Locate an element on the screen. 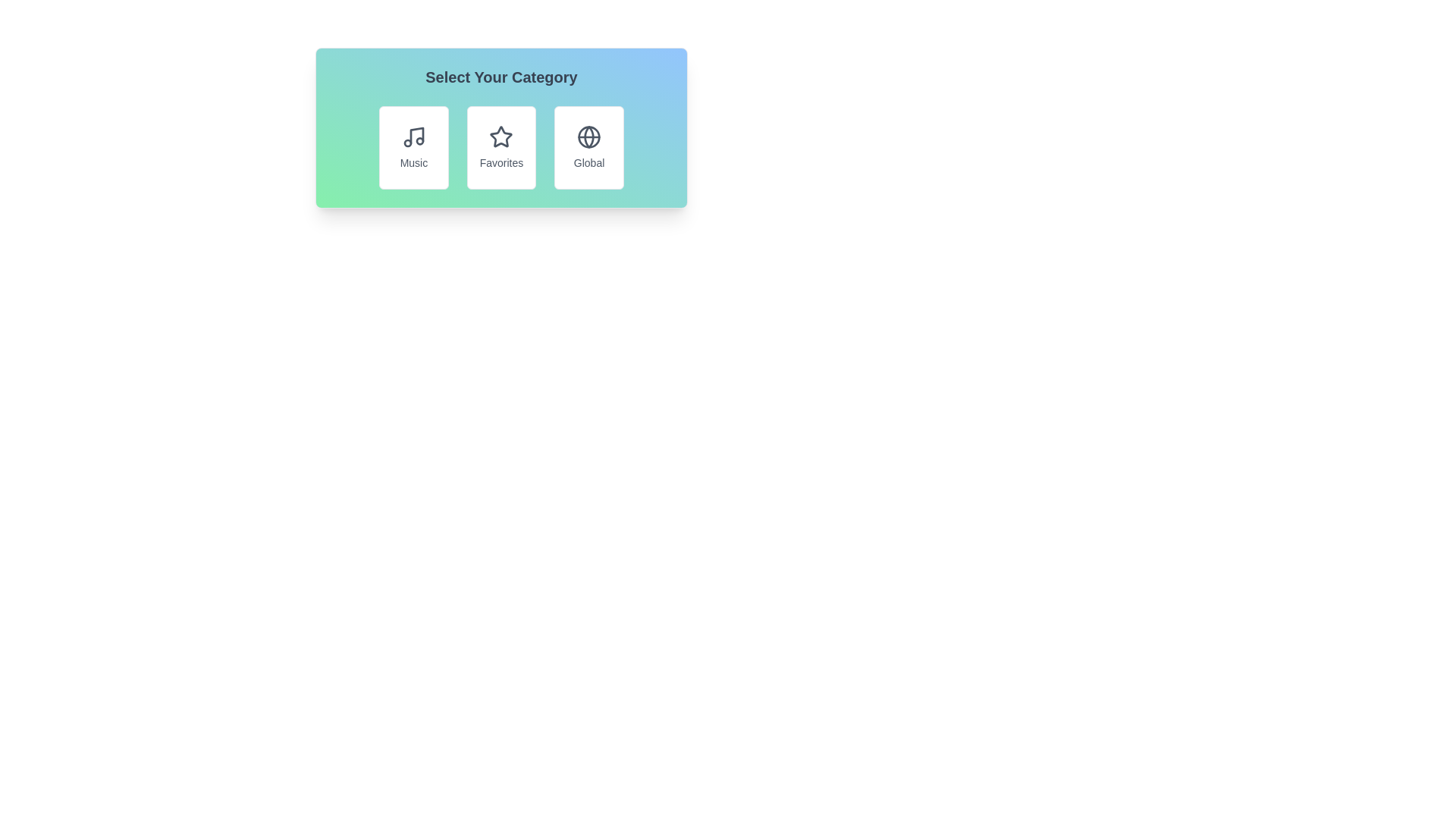  the star-shaped icon within the 'Favorites' button is located at coordinates (501, 137).